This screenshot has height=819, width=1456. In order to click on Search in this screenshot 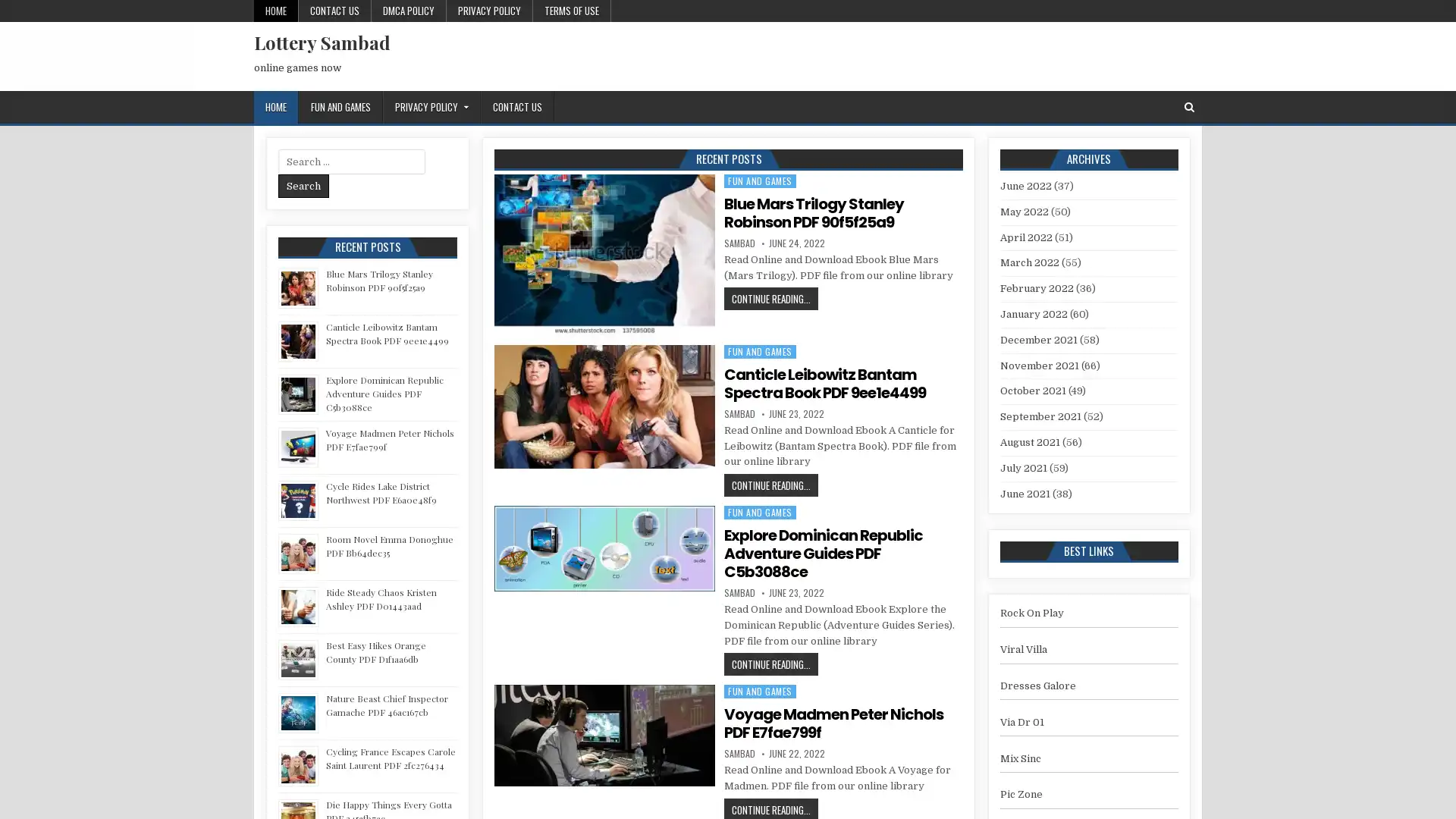, I will do `click(303, 185)`.